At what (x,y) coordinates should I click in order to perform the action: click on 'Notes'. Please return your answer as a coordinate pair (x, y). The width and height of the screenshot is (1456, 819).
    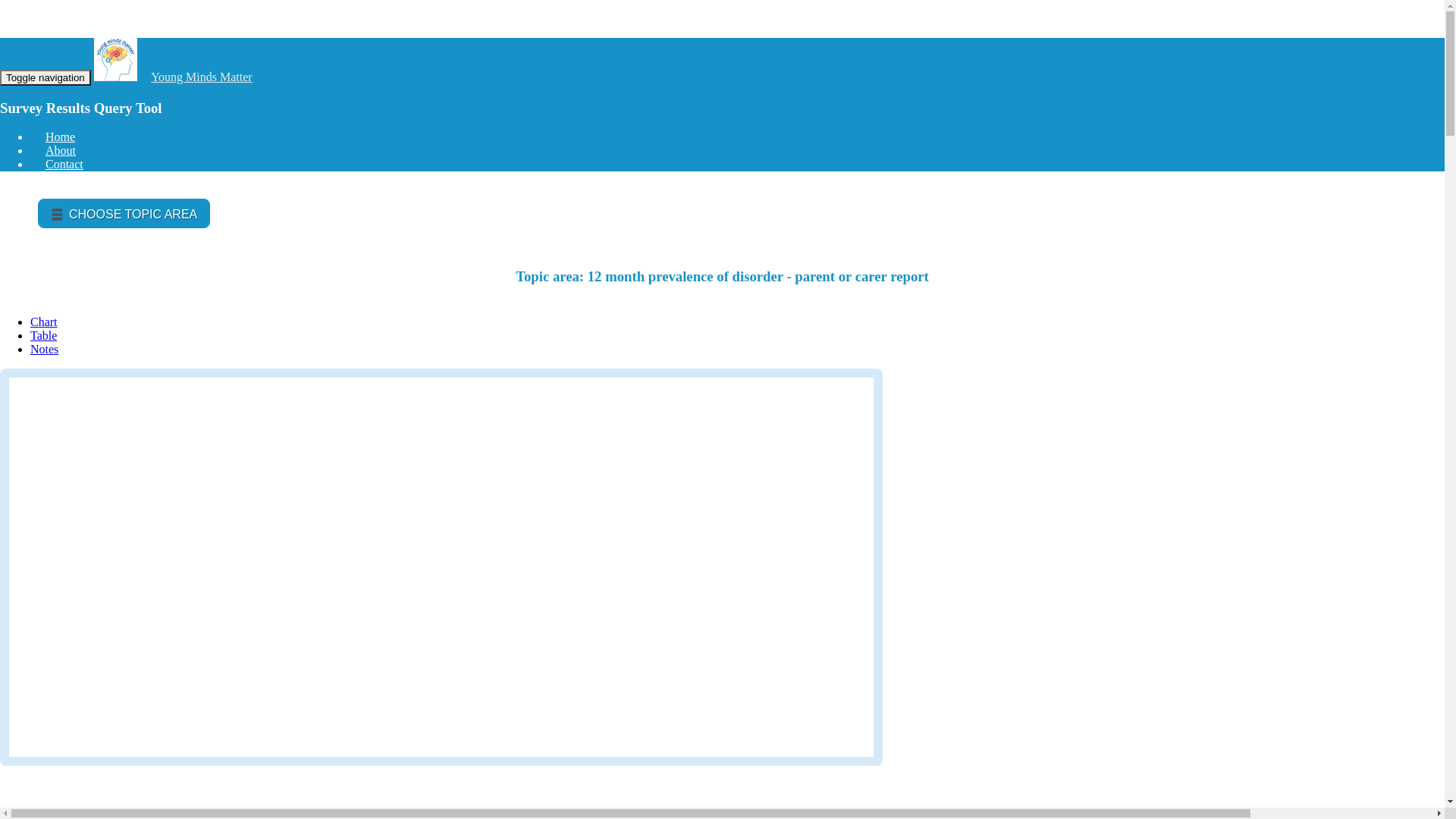
    Looking at the image, I should click on (44, 349).